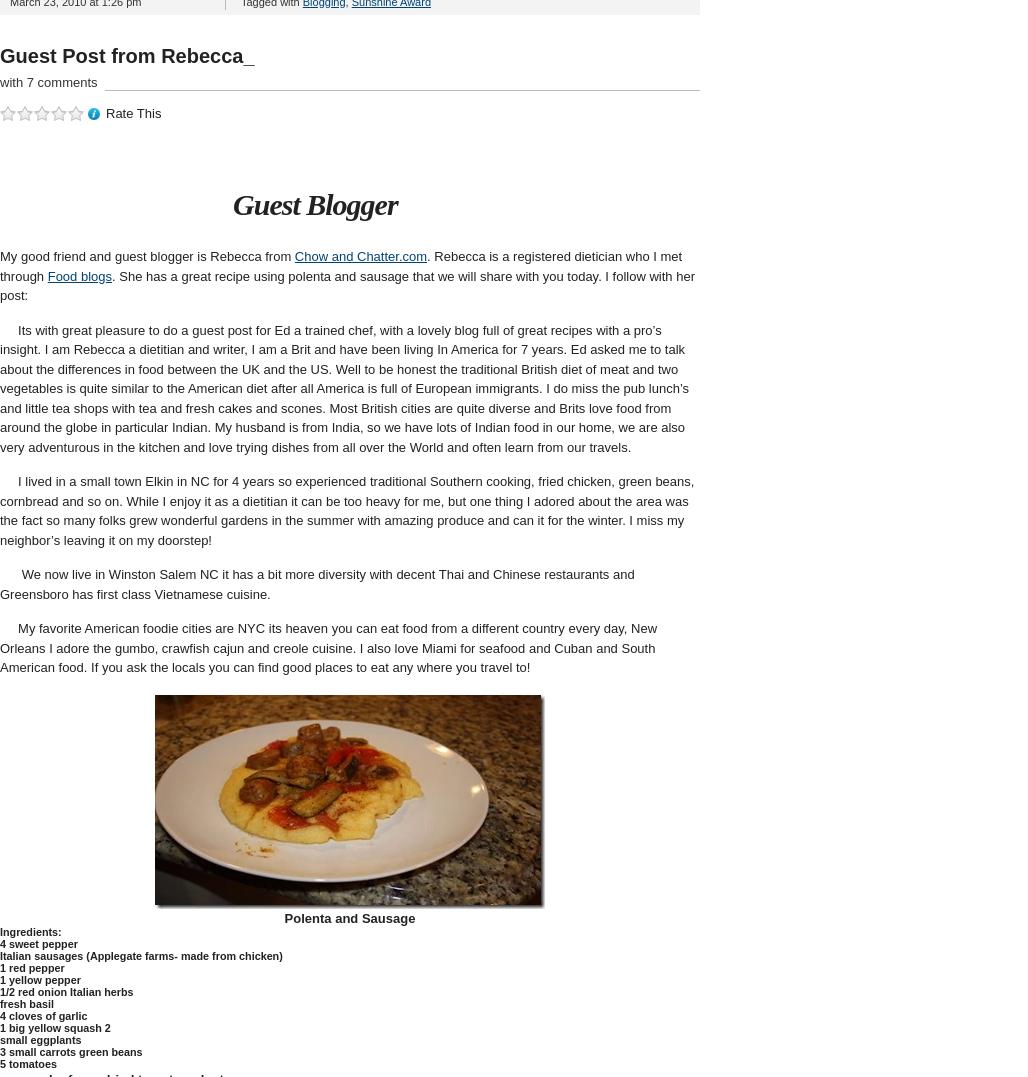 The height and width of the screenshot is (1077, 1028). What do you see at coordinates (43, 1013) in the screenshot?
I see `'4 cloves of garlic'` at bounding box center [43, 1013].